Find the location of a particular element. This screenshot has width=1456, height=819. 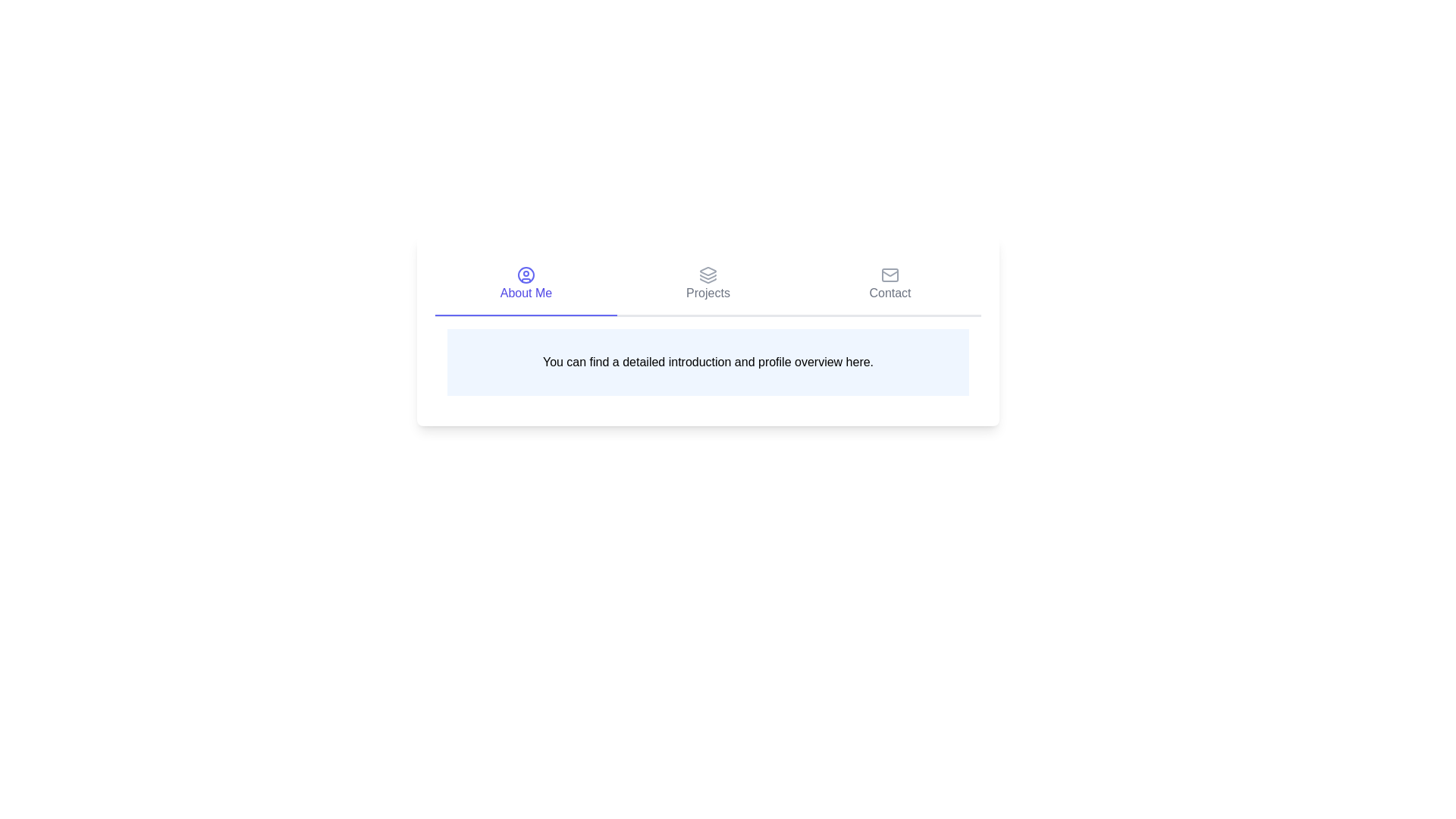

the Projects tab by clicking on its button is located at coordinates (708, 284).